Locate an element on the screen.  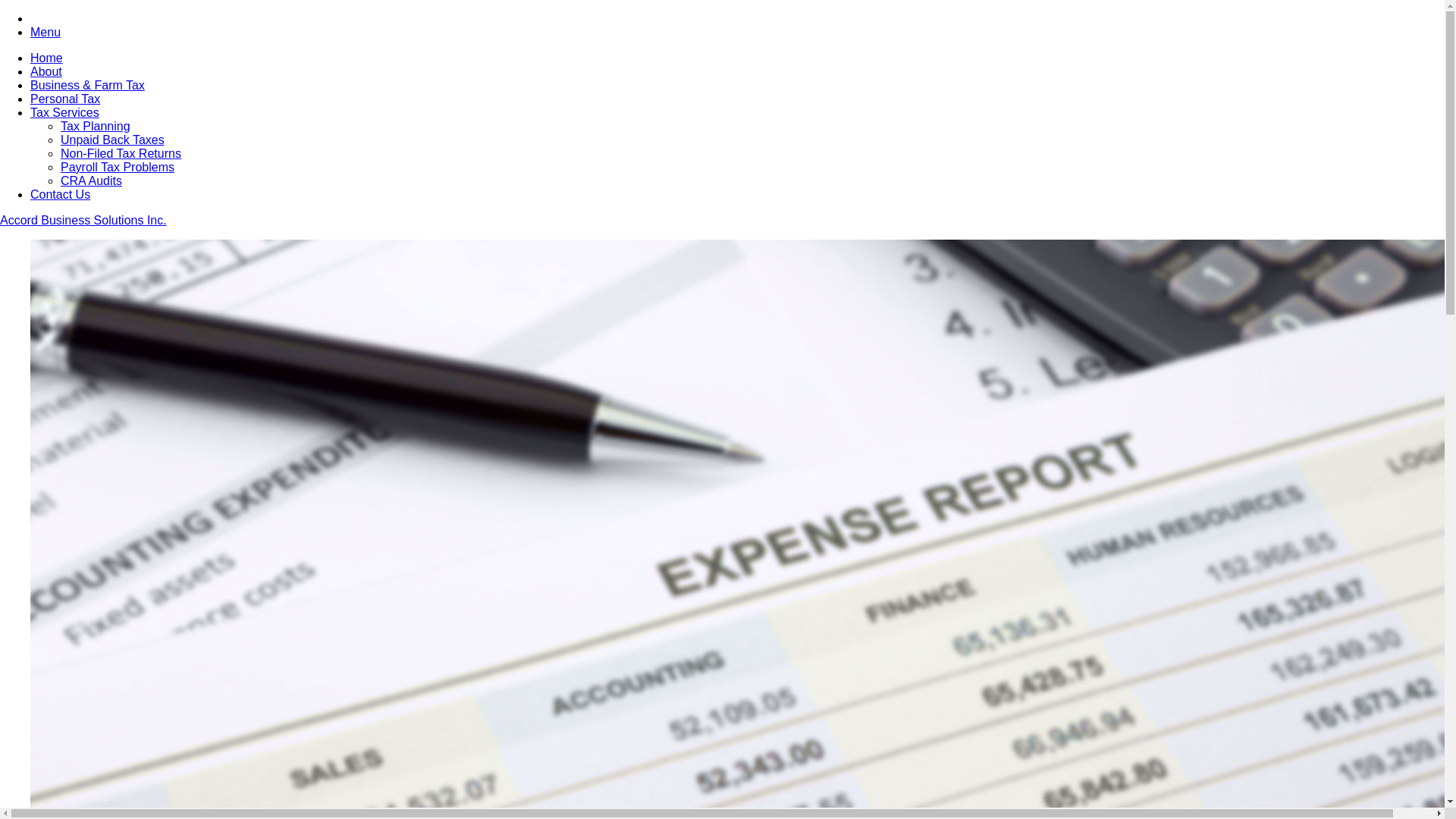
'Menu' is located at coordinates (45, 32).